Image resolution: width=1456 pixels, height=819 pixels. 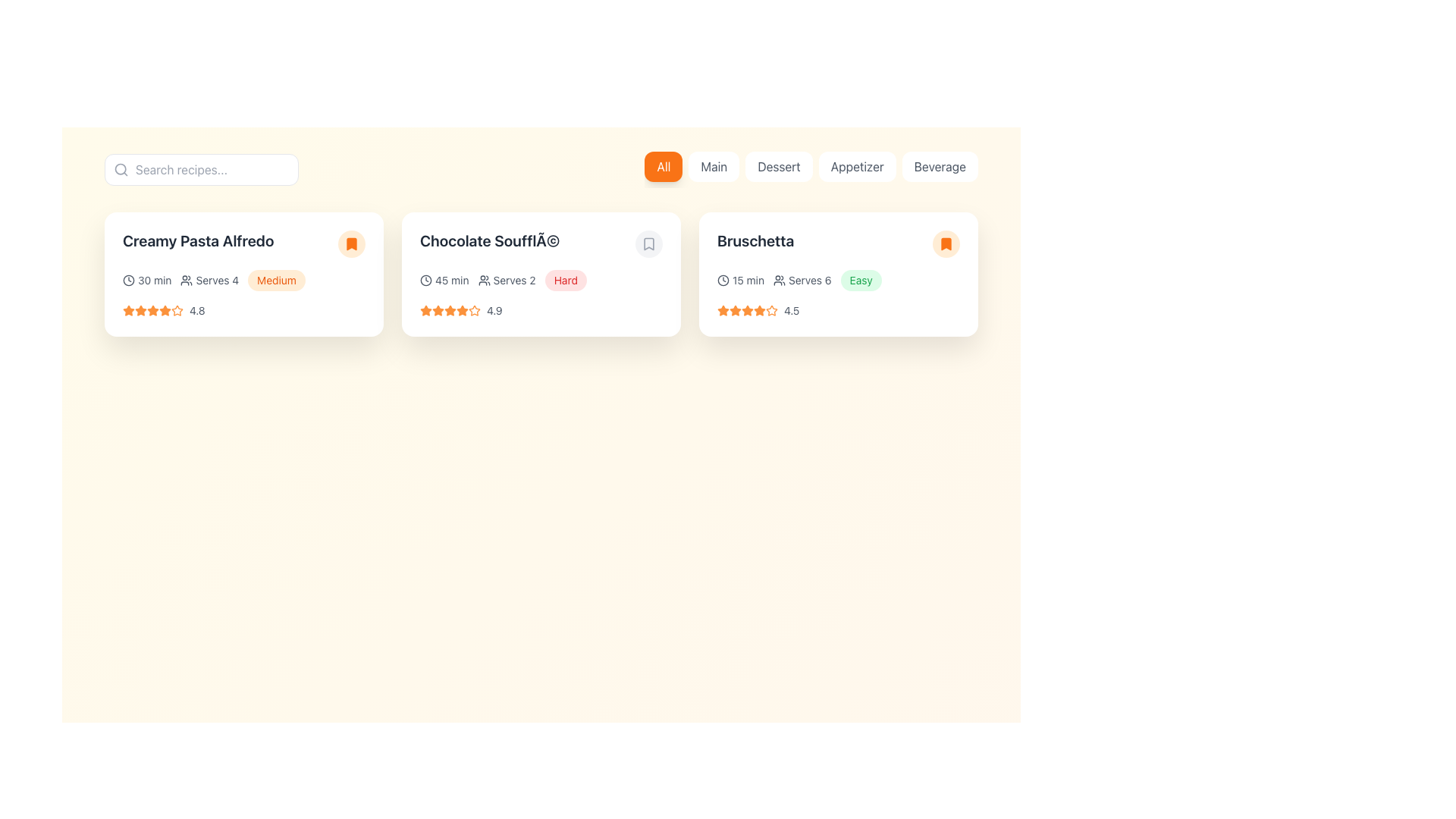 What do you see at coordinates (152, 309) in the screenshot?
I see `the third star icon in the rating system for the 'Creamy Pasta Alfredo' card, which is styled with a fill color matching the UI theme` at bounding box center [152, 309].